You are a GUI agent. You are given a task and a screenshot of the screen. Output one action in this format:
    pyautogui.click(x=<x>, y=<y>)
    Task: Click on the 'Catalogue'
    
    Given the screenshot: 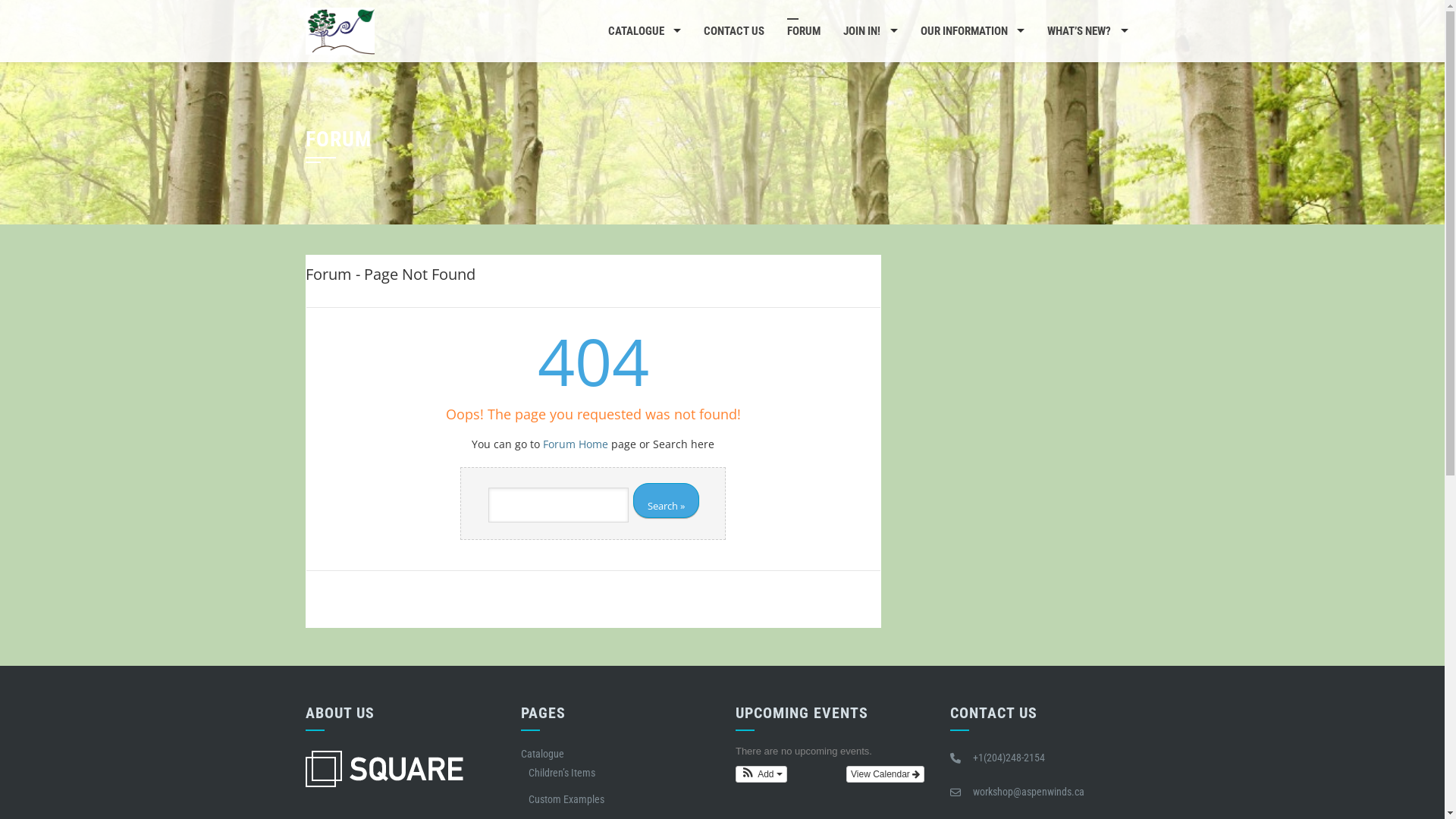 What is the action you would take?
    pyautogui.click(x=542, y=754)
    